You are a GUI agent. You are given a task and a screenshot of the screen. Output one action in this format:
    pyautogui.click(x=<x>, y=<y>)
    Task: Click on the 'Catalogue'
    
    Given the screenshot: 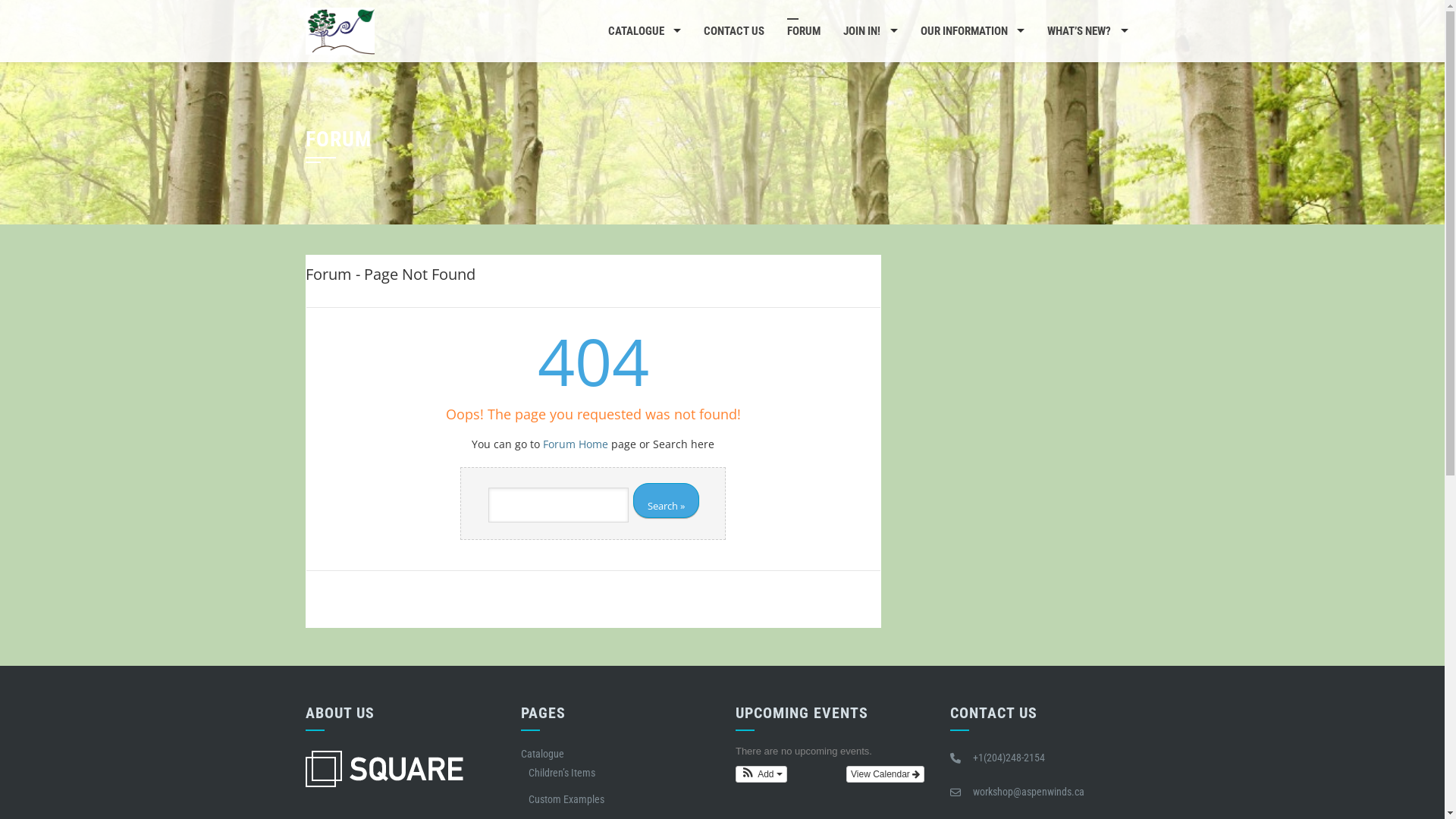 What is the action you would take?
    pyautogui.click(x=542, y=754)
    